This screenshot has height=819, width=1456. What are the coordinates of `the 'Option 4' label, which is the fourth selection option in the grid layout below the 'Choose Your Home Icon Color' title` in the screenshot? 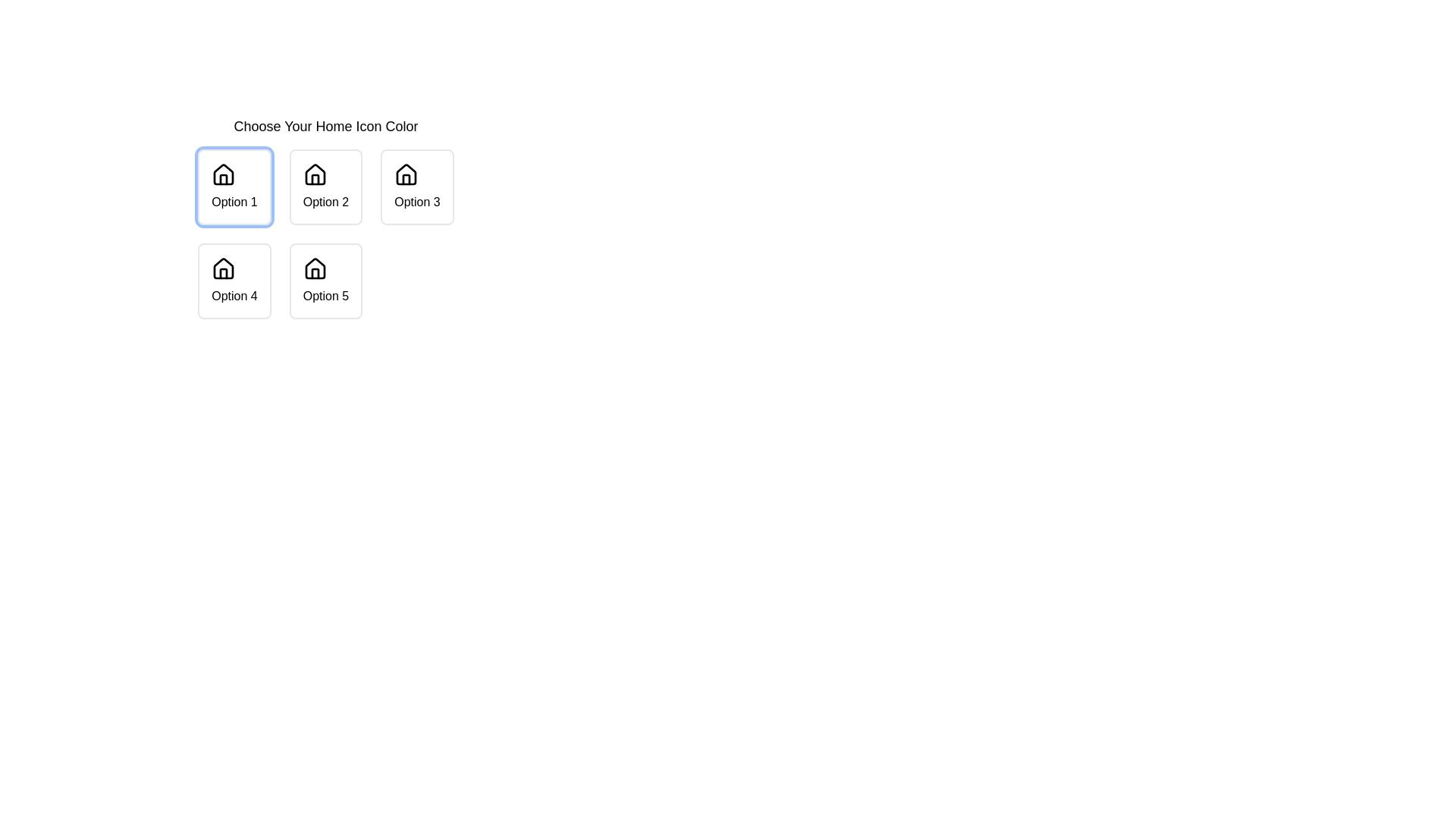 It's located at (234, 296).